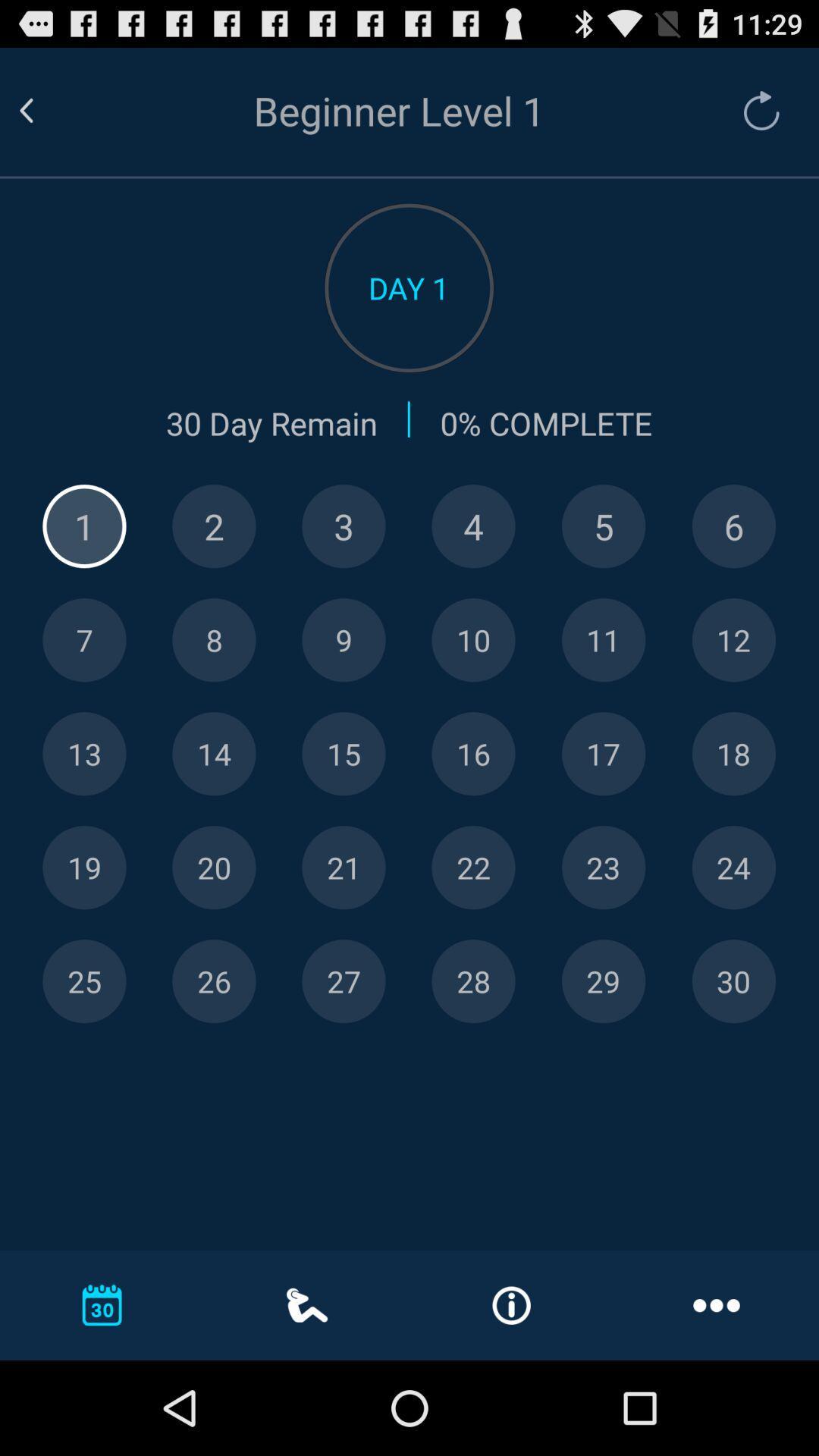  I want to click on keyboard, so click(733, 754).